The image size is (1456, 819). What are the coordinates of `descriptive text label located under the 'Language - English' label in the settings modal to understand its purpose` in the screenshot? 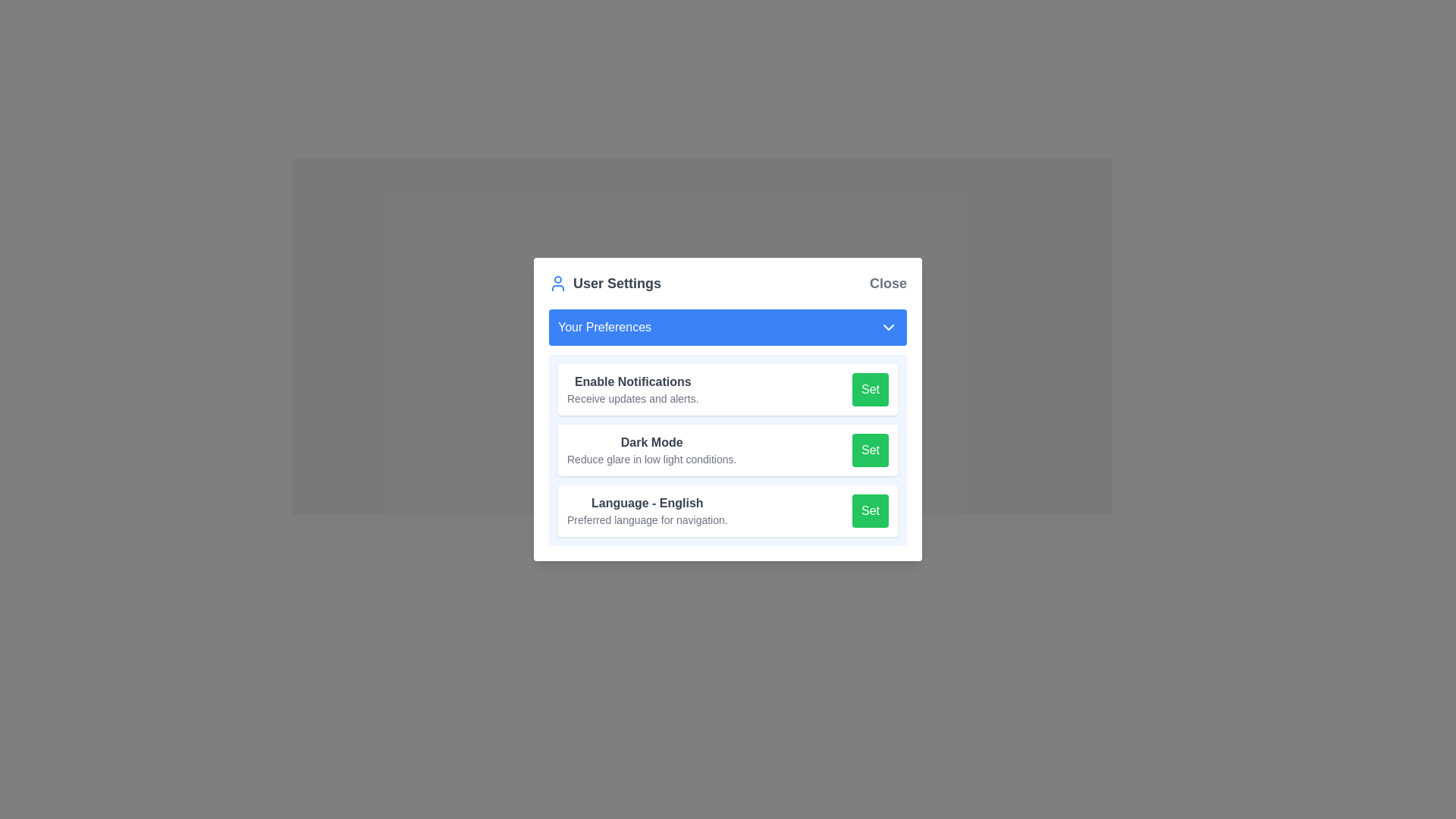 It's located at (647, 519).